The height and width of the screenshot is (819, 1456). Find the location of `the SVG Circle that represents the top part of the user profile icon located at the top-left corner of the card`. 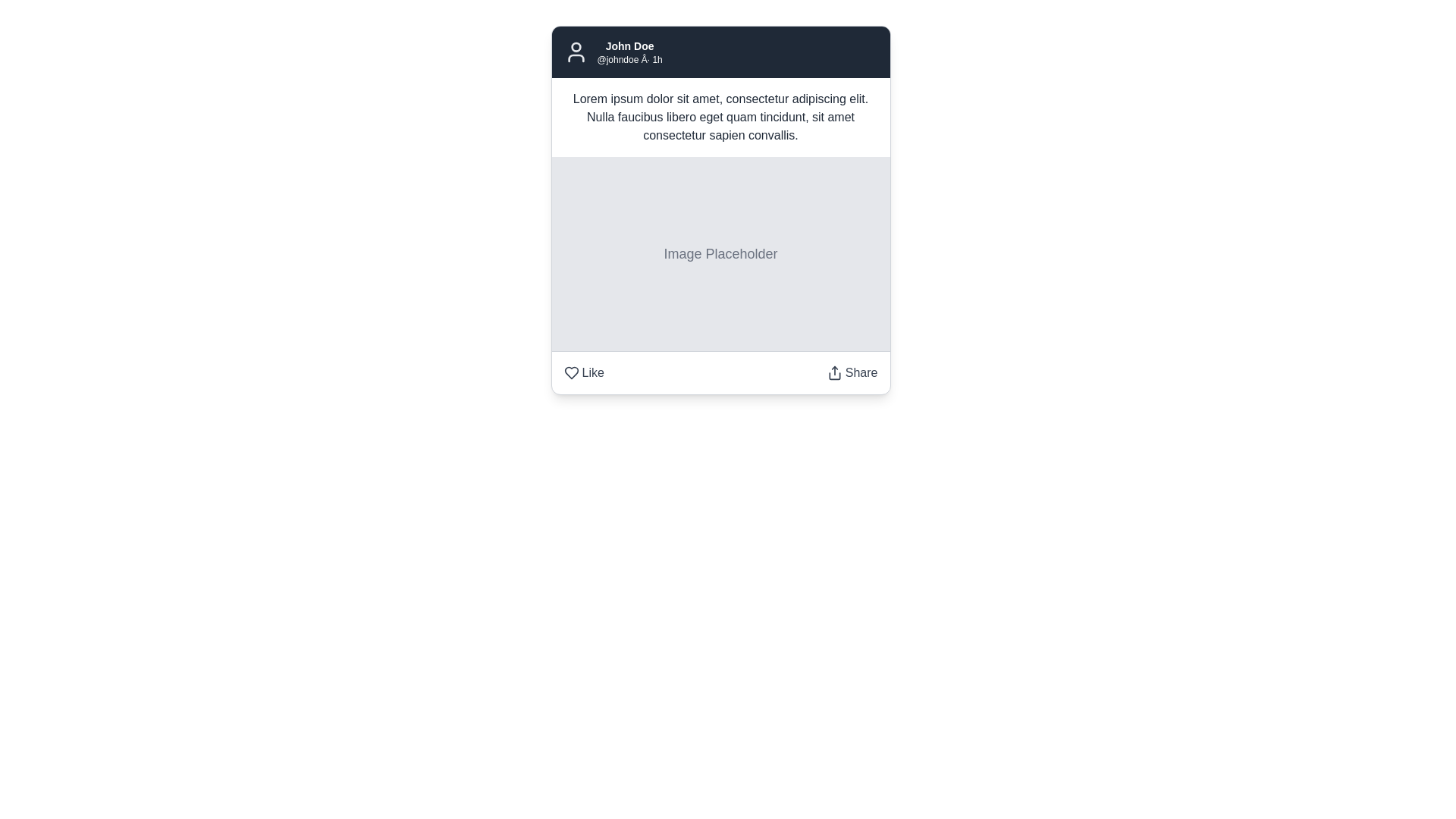

the SVG Circle that represents the top part of the user profile icon located at the top-left corner of the card is located at coordinates (575, 46).